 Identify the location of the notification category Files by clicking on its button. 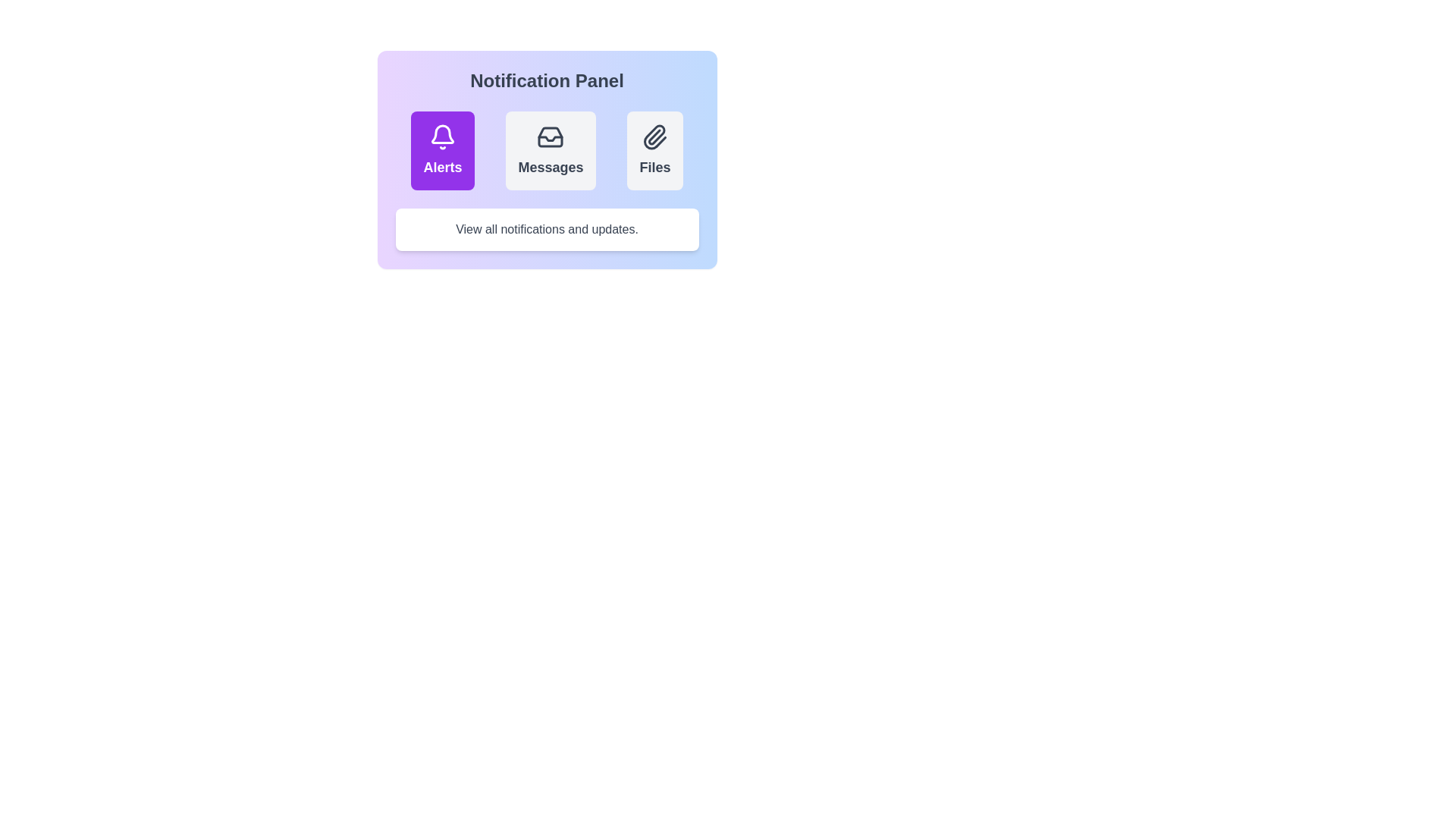
(655, 151).